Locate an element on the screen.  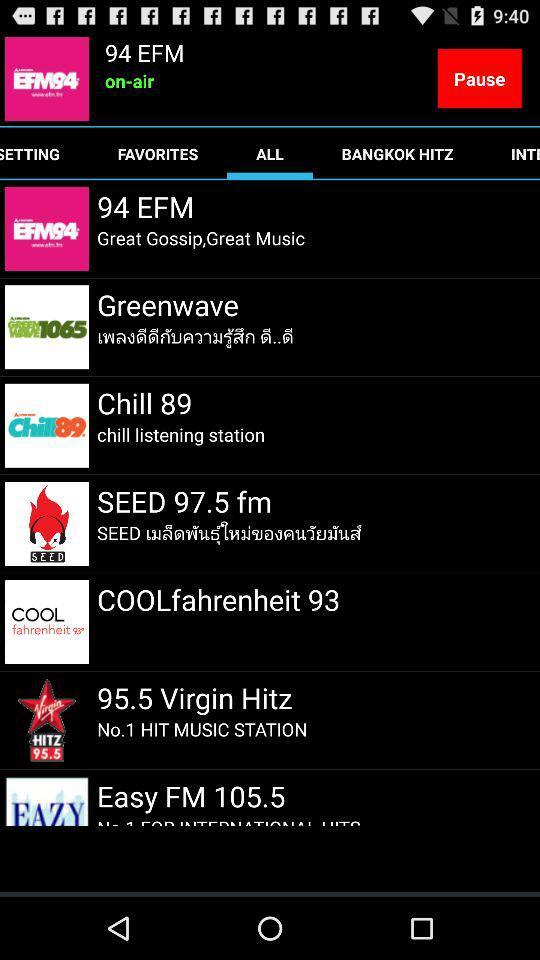
app above no 1 for item is located at coordinates (194, 795).